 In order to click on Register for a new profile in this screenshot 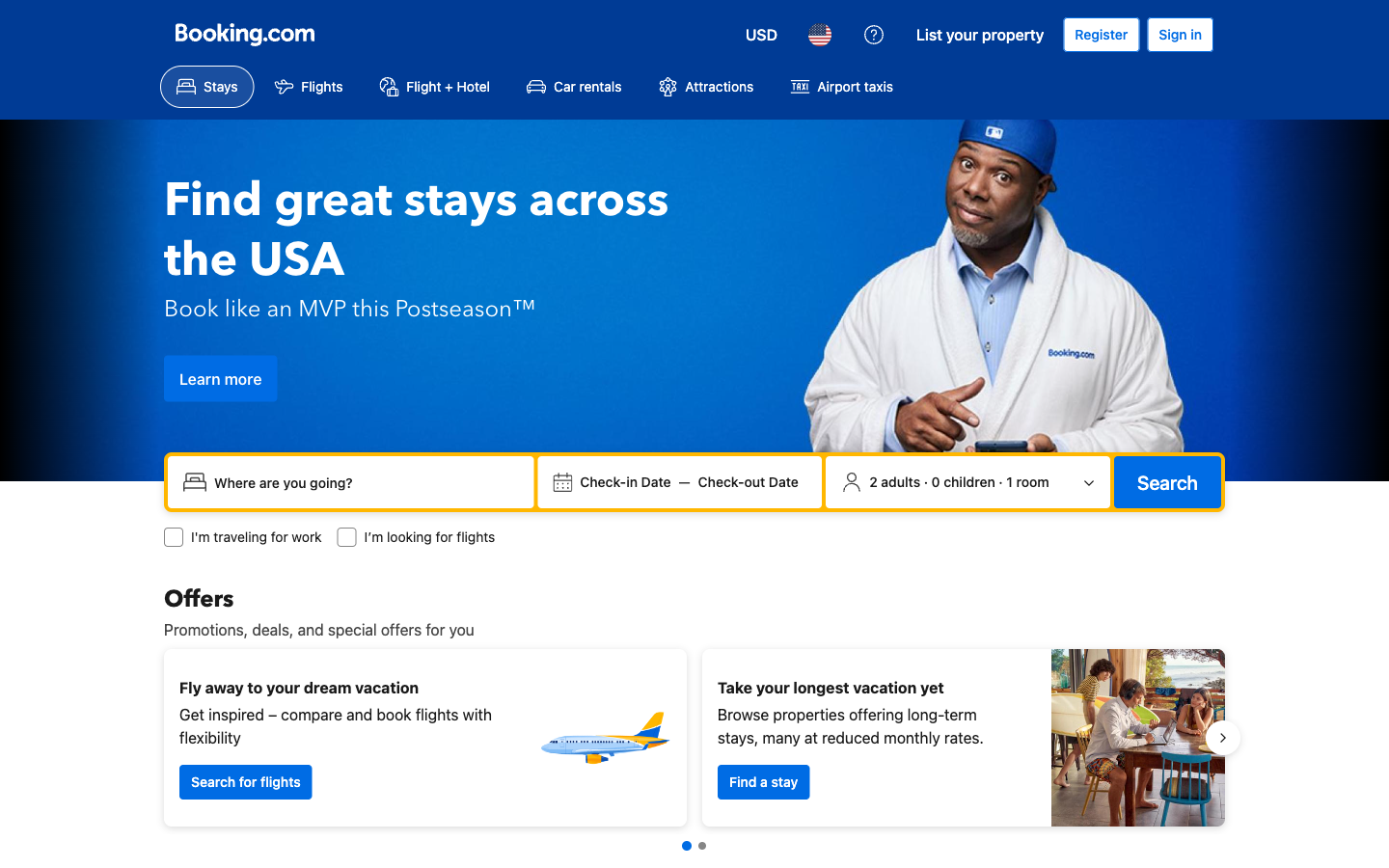, I will do `click(1101, 34)`.